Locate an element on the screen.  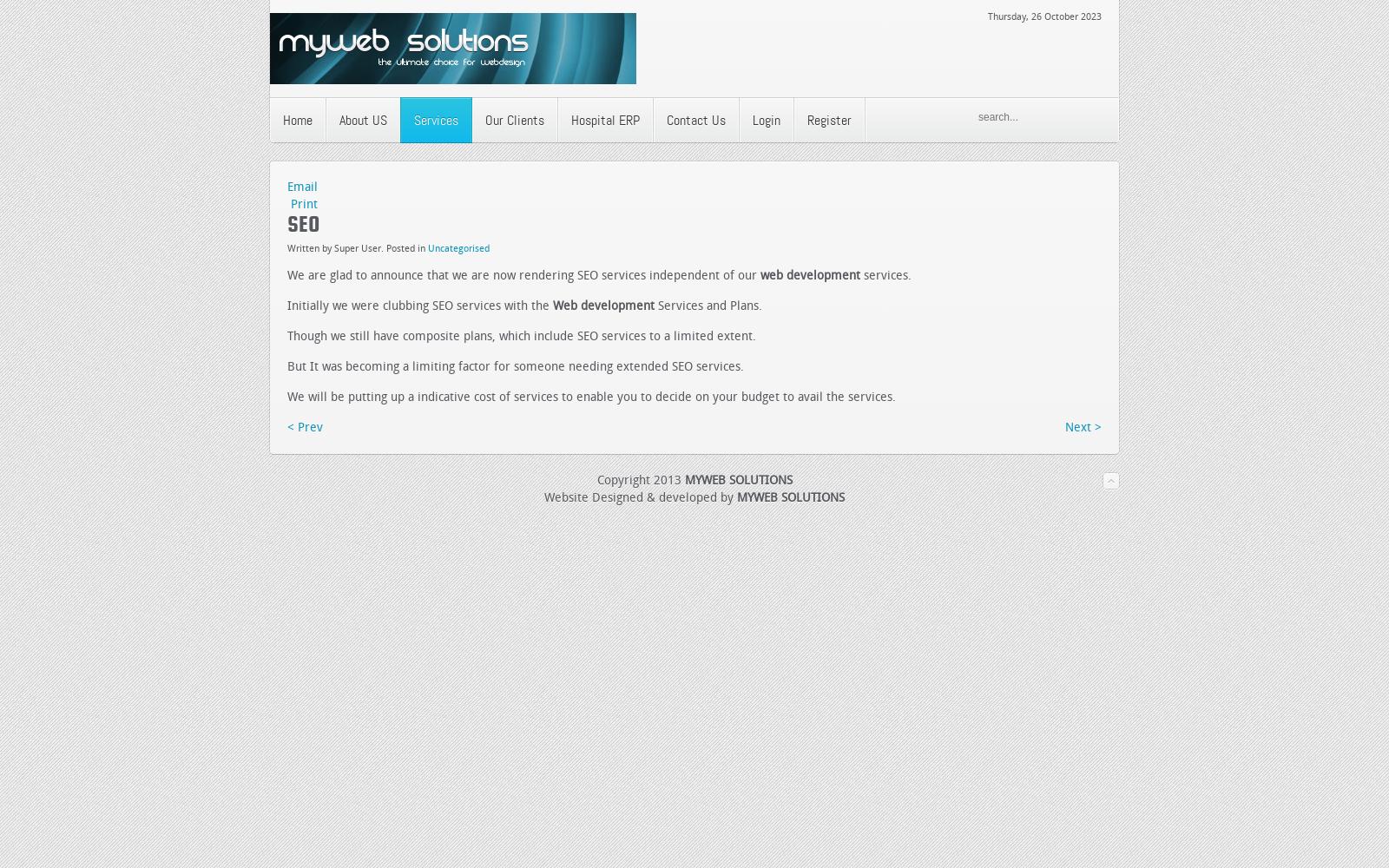
'Our Clients' is located at coordinates (513, 121).